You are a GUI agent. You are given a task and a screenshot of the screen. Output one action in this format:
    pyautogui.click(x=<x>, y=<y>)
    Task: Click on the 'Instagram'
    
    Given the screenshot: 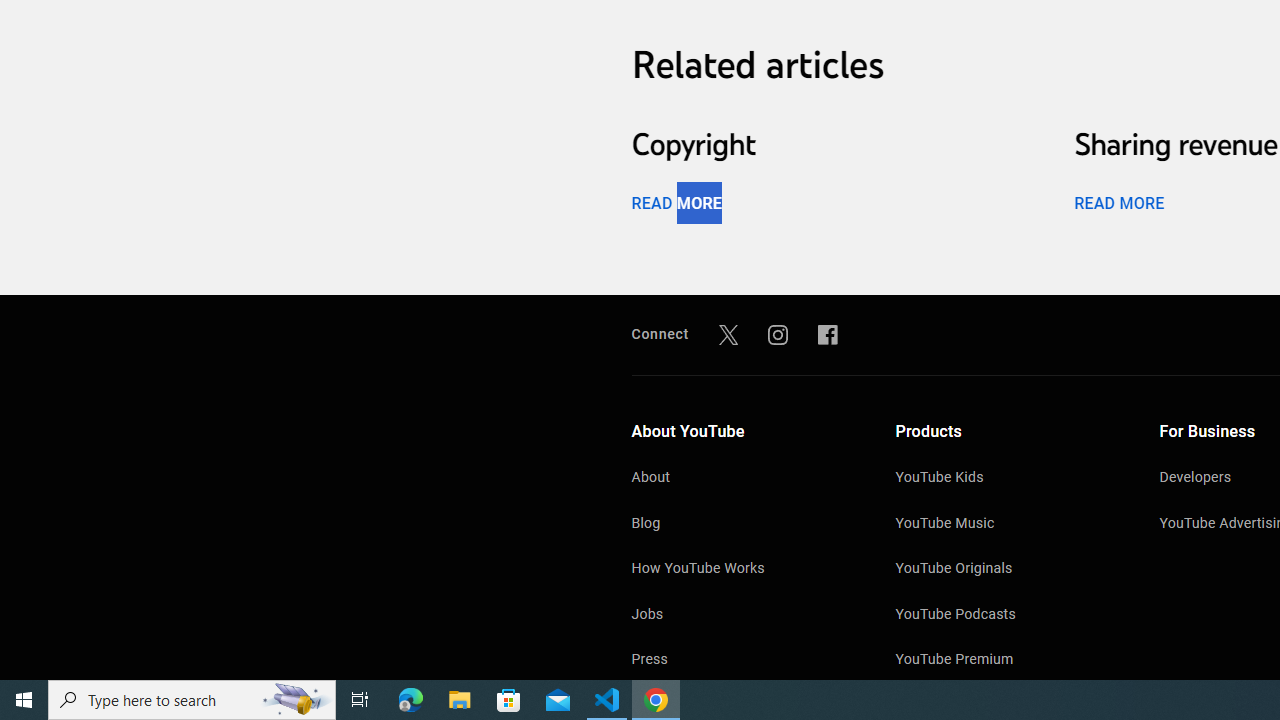 What is the action you would take?
    pyautogui.click(x=777, y=333)
    